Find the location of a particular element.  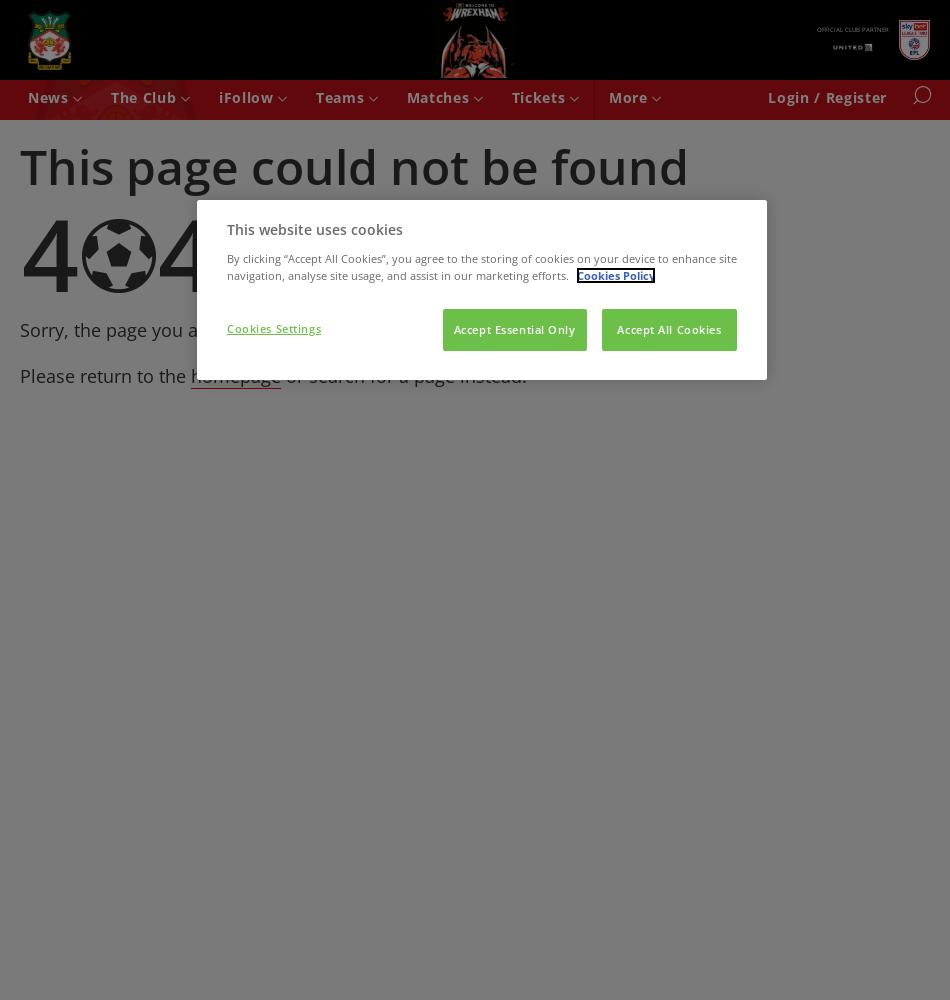

'or search for a page instead.' is located at coordinates (403, 375).